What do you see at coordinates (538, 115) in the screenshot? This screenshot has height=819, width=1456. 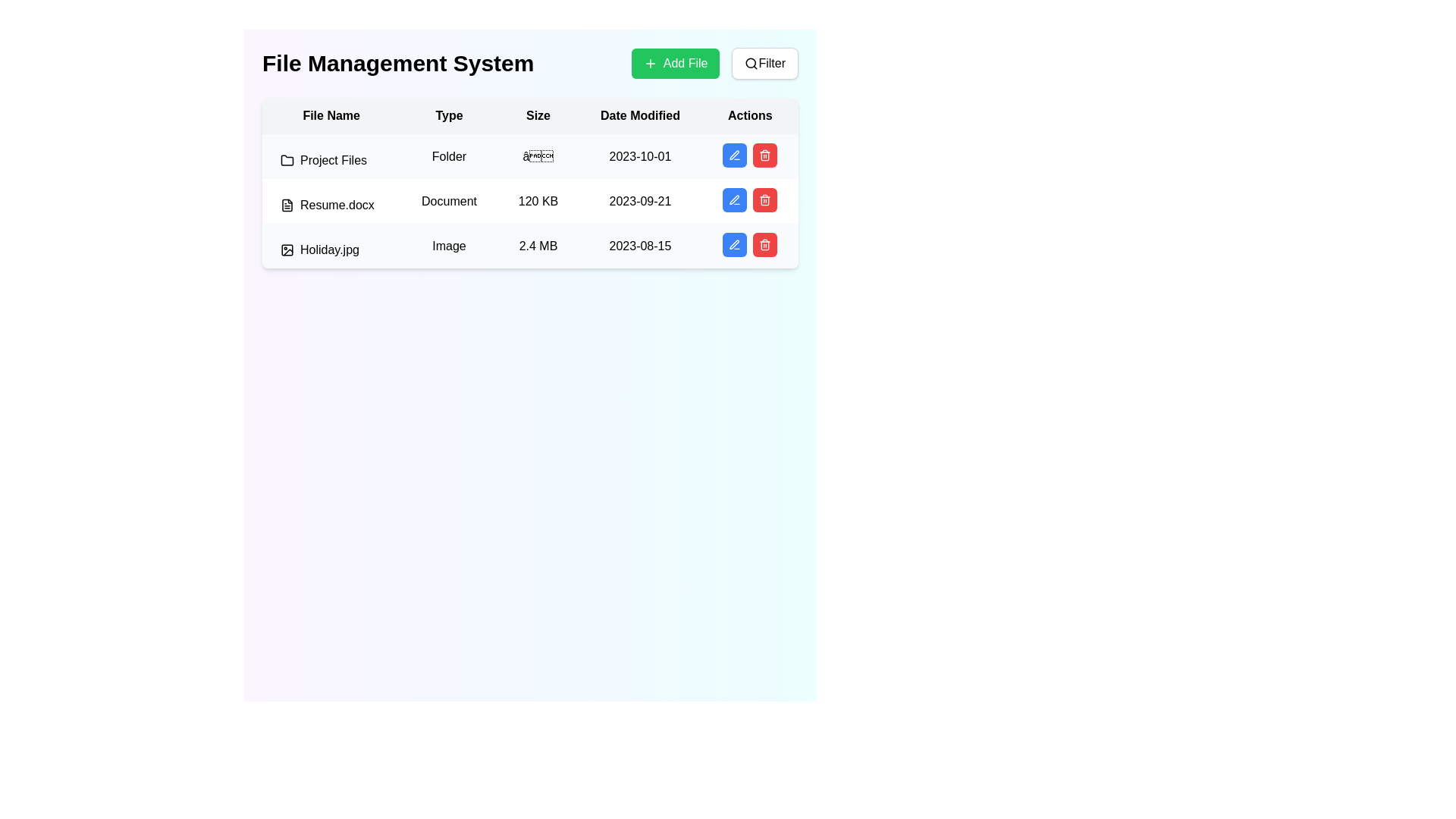 I see `the text label displaying the word 'Size'` at bounding box center [538, 115].